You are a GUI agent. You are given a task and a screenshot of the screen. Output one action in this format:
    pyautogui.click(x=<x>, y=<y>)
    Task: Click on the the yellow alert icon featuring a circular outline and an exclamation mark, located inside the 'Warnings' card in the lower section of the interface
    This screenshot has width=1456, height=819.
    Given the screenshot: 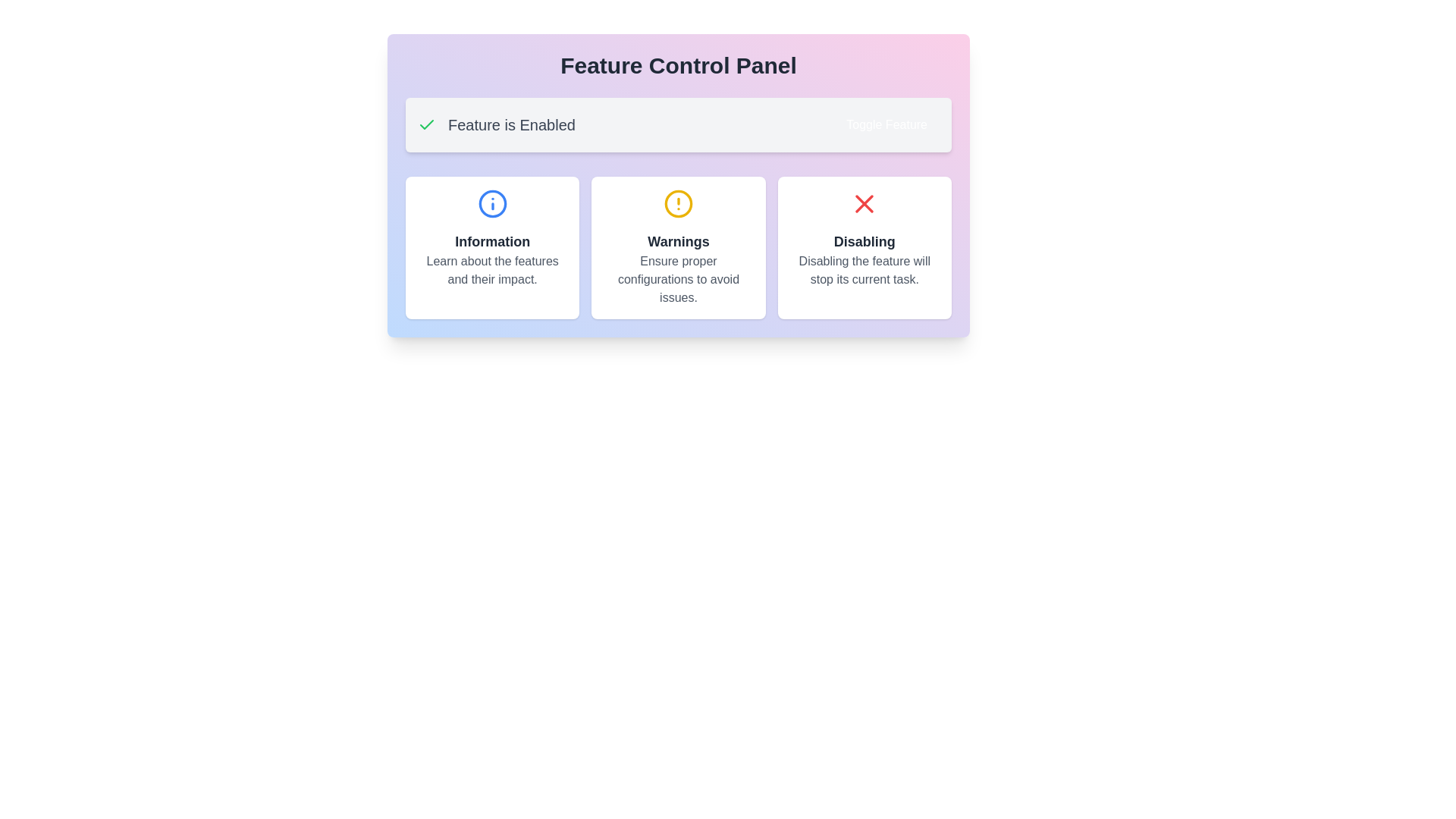 What is the action you would take?
    pyautogui.click(x=677, y=203)
    